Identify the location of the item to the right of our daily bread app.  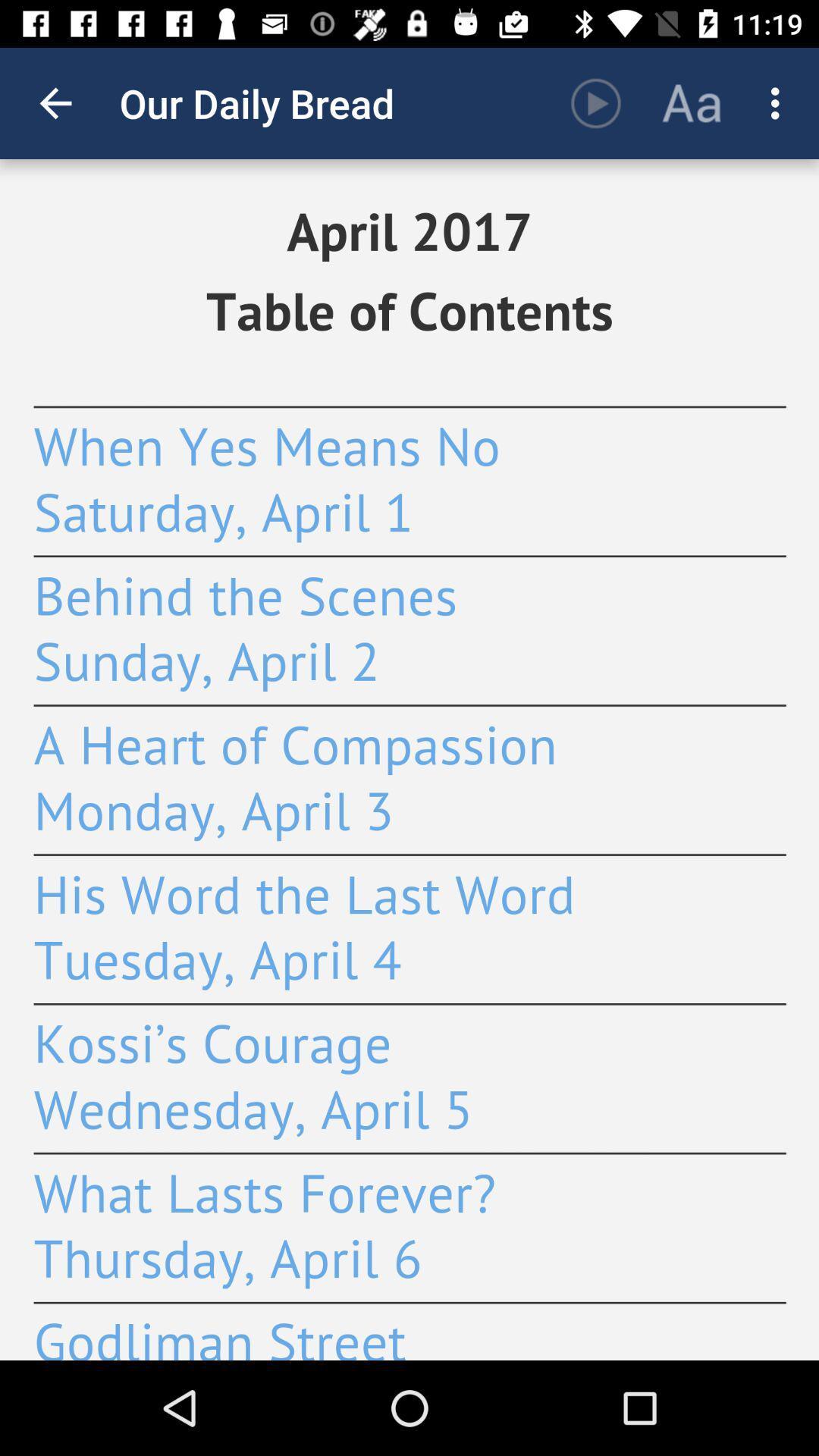
(595, 102).